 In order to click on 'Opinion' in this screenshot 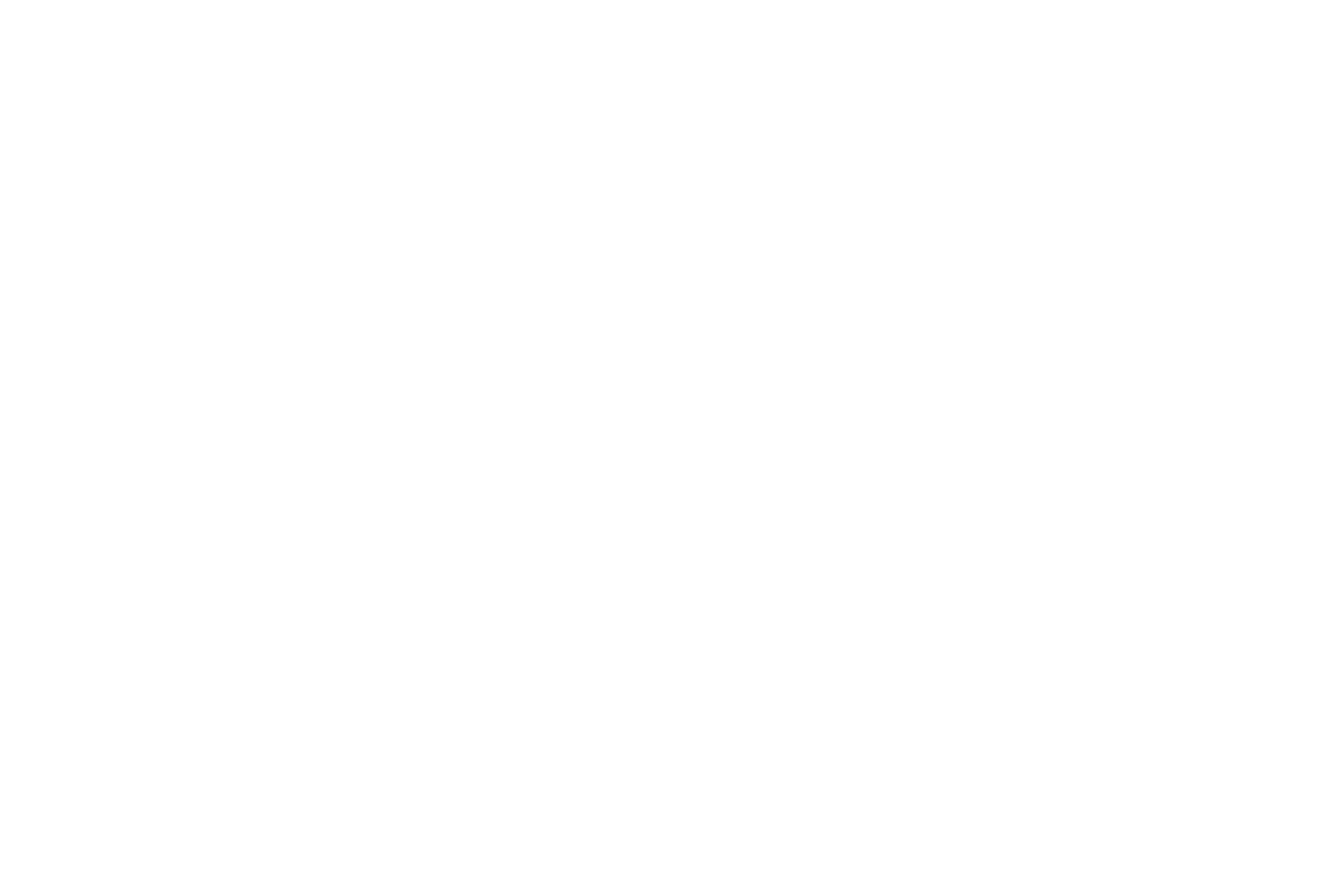, I will do `click(1021, 492)`.